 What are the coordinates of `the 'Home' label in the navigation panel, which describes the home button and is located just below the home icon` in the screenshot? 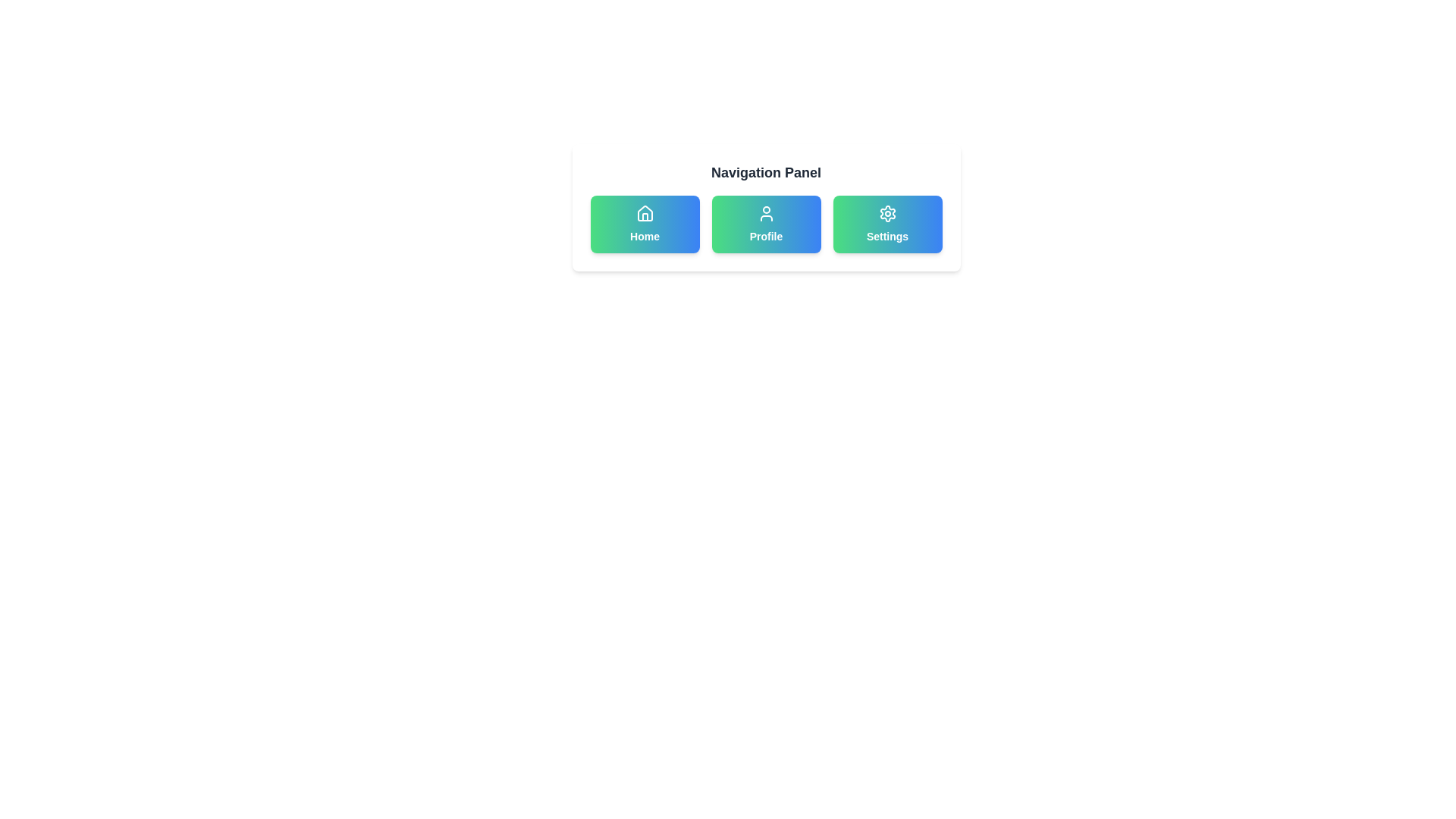 It's located at (645, 237).